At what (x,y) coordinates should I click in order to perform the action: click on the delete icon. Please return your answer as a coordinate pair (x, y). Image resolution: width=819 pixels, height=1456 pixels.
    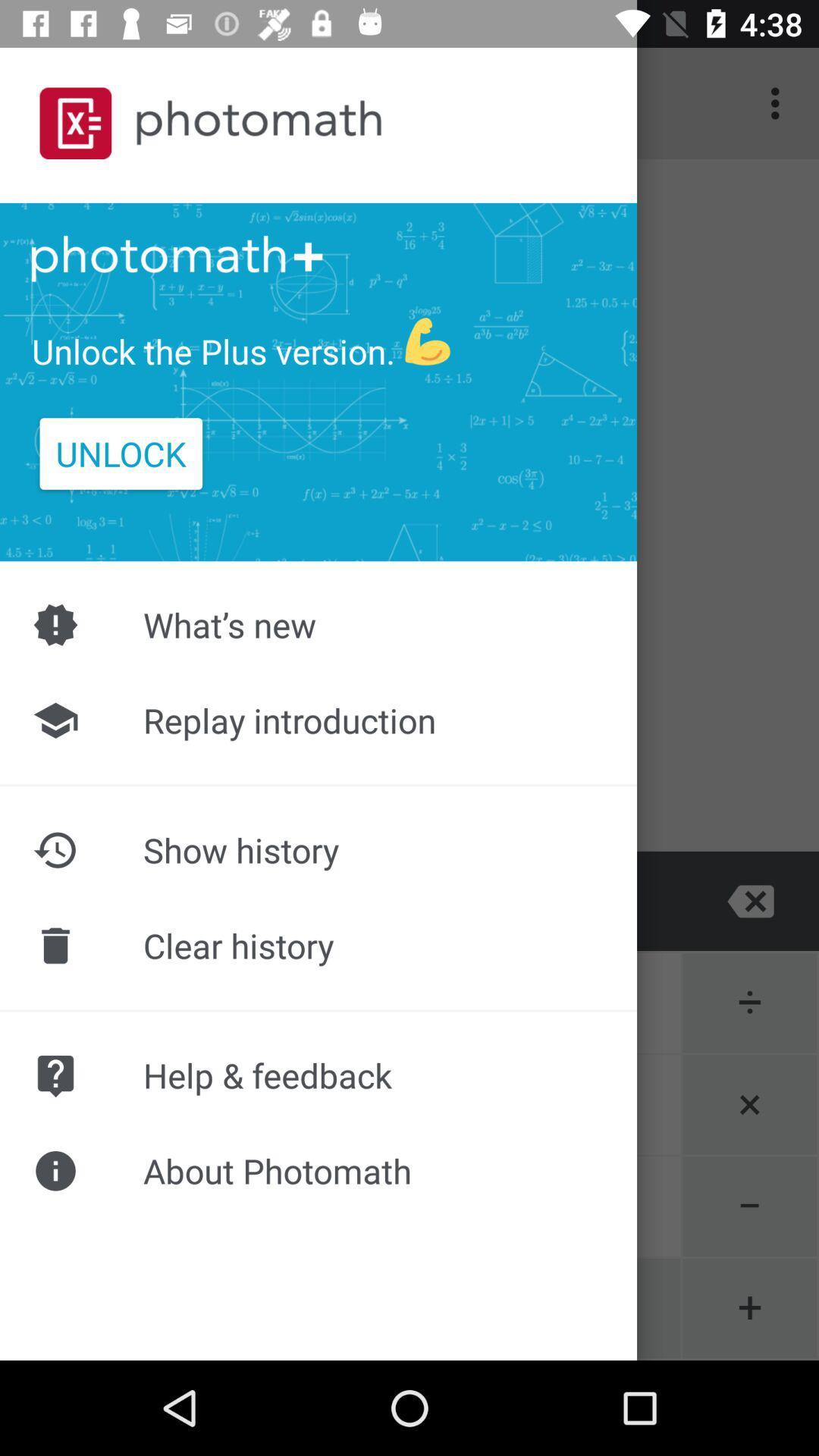
    Looking at the image, I should click on (67, 901).